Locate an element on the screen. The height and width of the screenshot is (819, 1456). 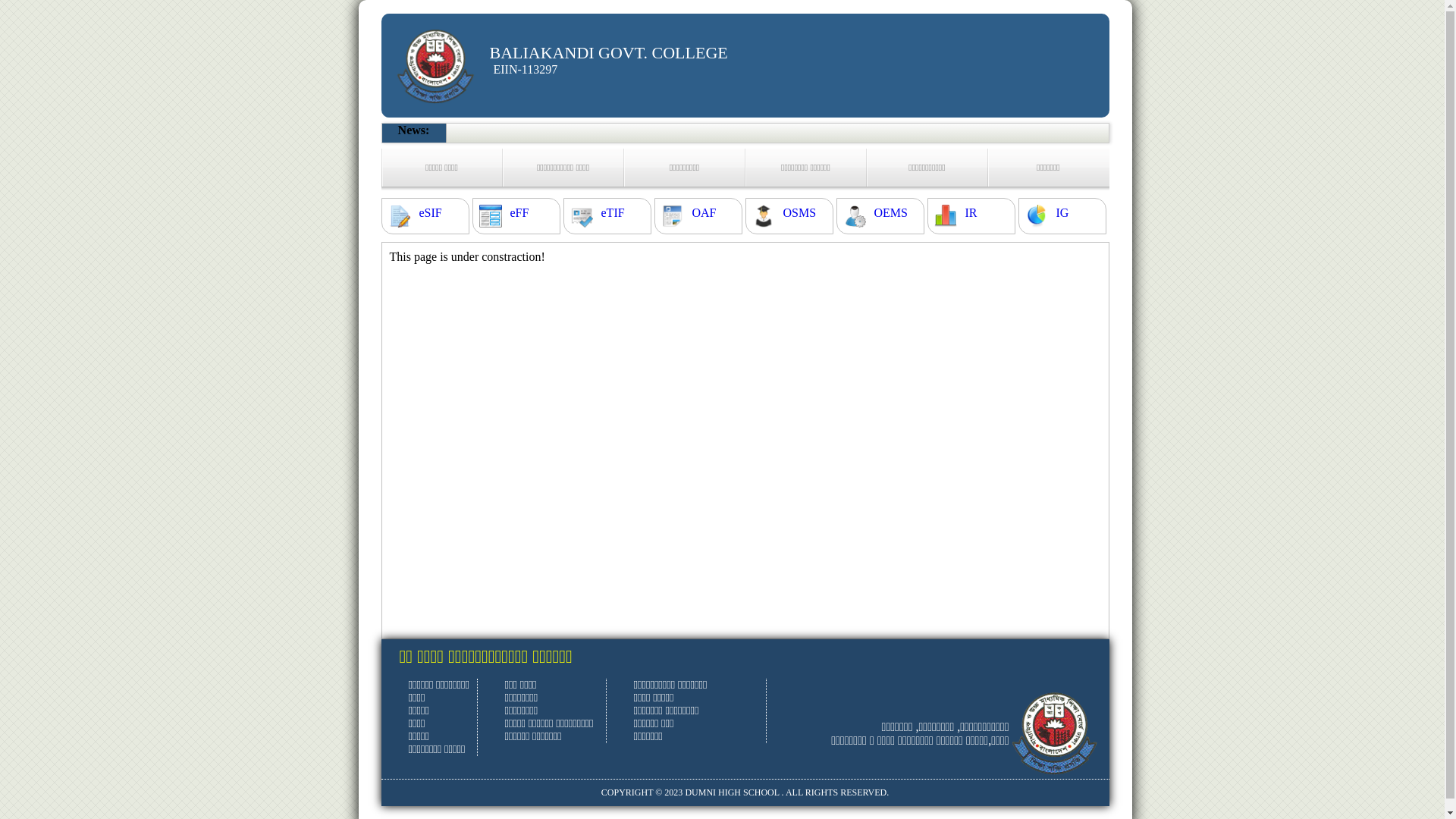
'OEMS' is located at coordinates (890, 213).